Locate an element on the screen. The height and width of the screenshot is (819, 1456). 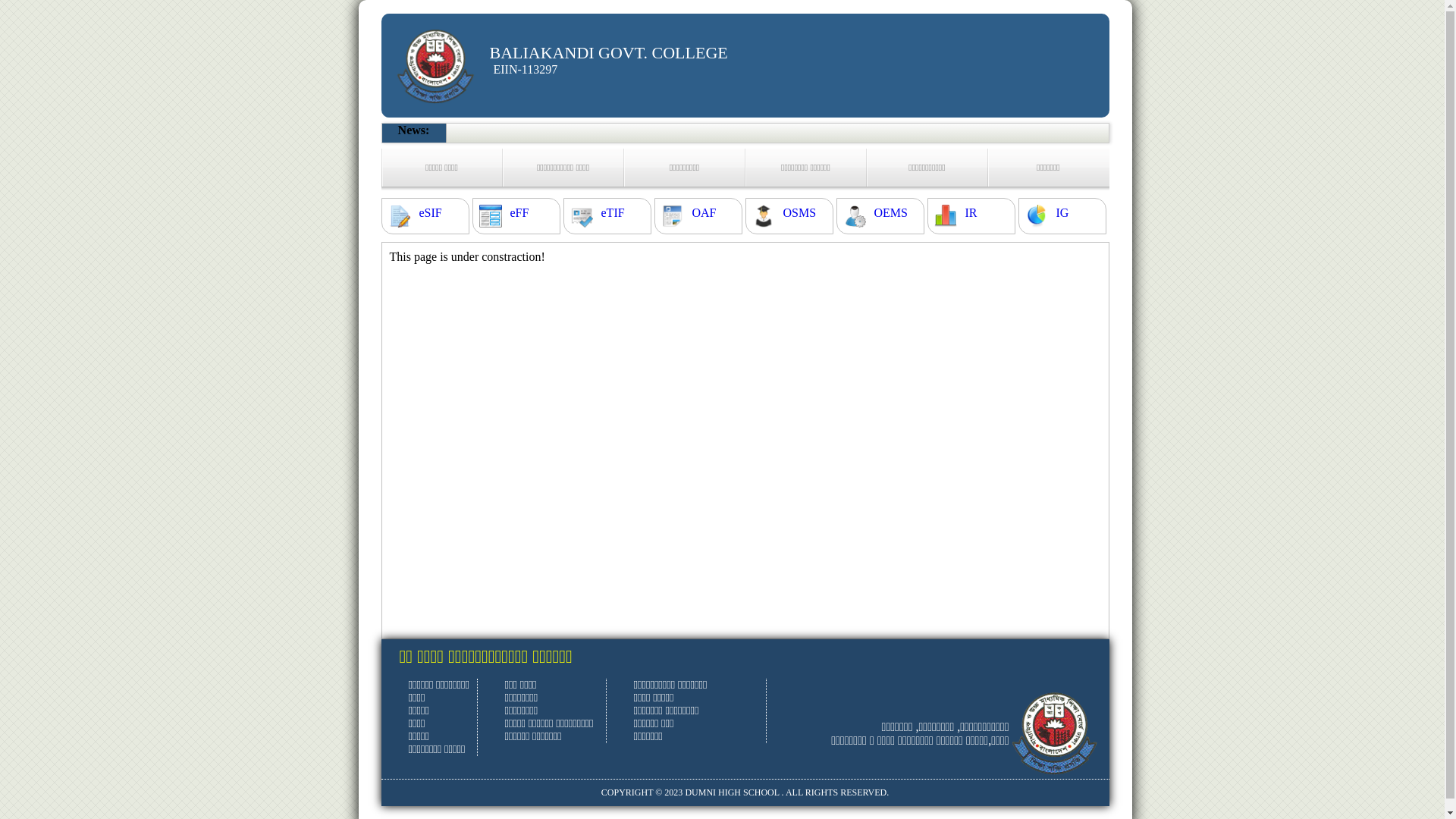
'OEMS' is located at coordinates (890, 213).